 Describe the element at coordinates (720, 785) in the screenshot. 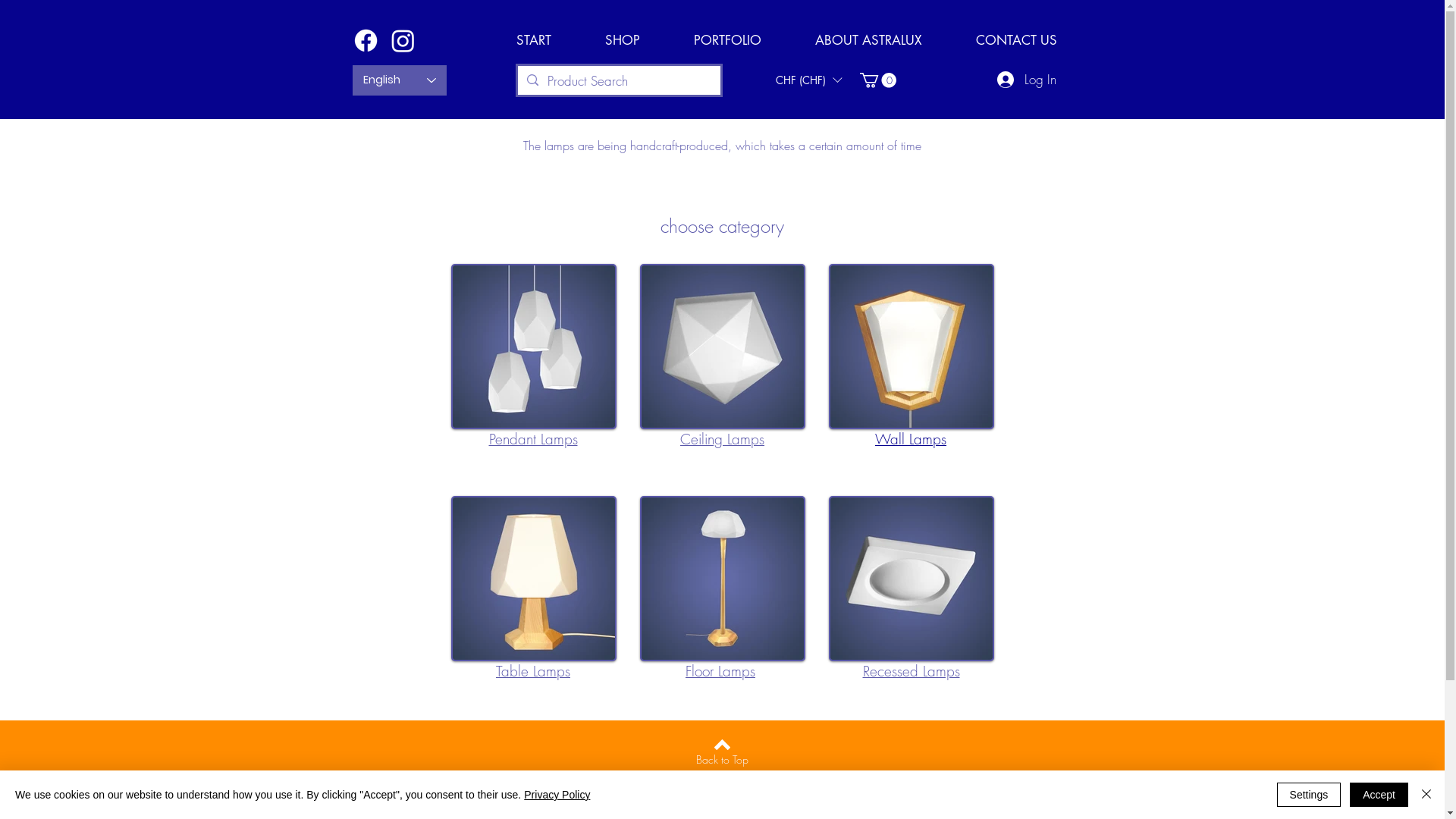

I see `'Terms of Service'` at that location.